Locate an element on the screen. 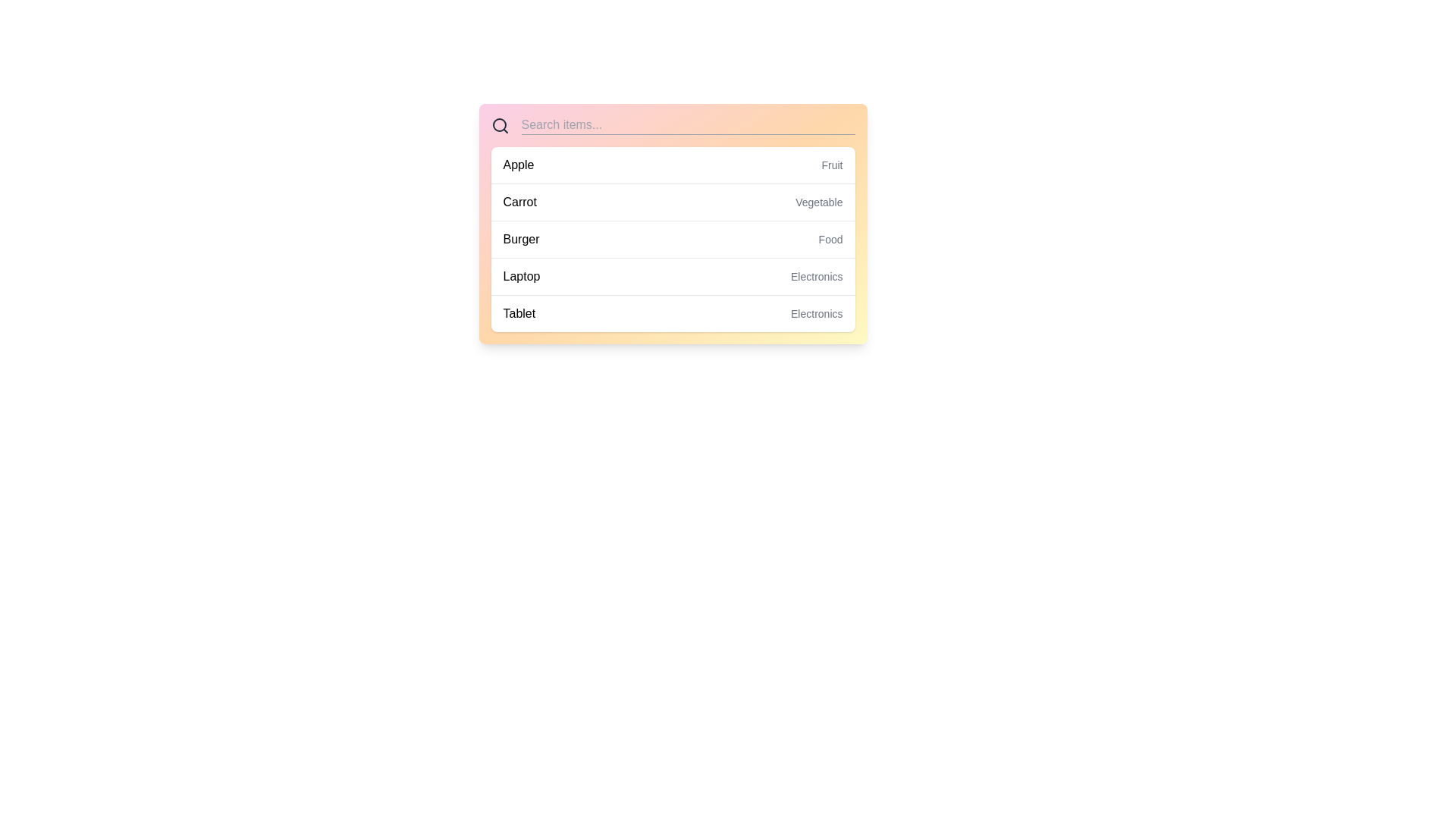 The image size is (1456, 819). the third list item representing 'Burger' under the category 'Food' in the list is located at coordinates (672, 224).